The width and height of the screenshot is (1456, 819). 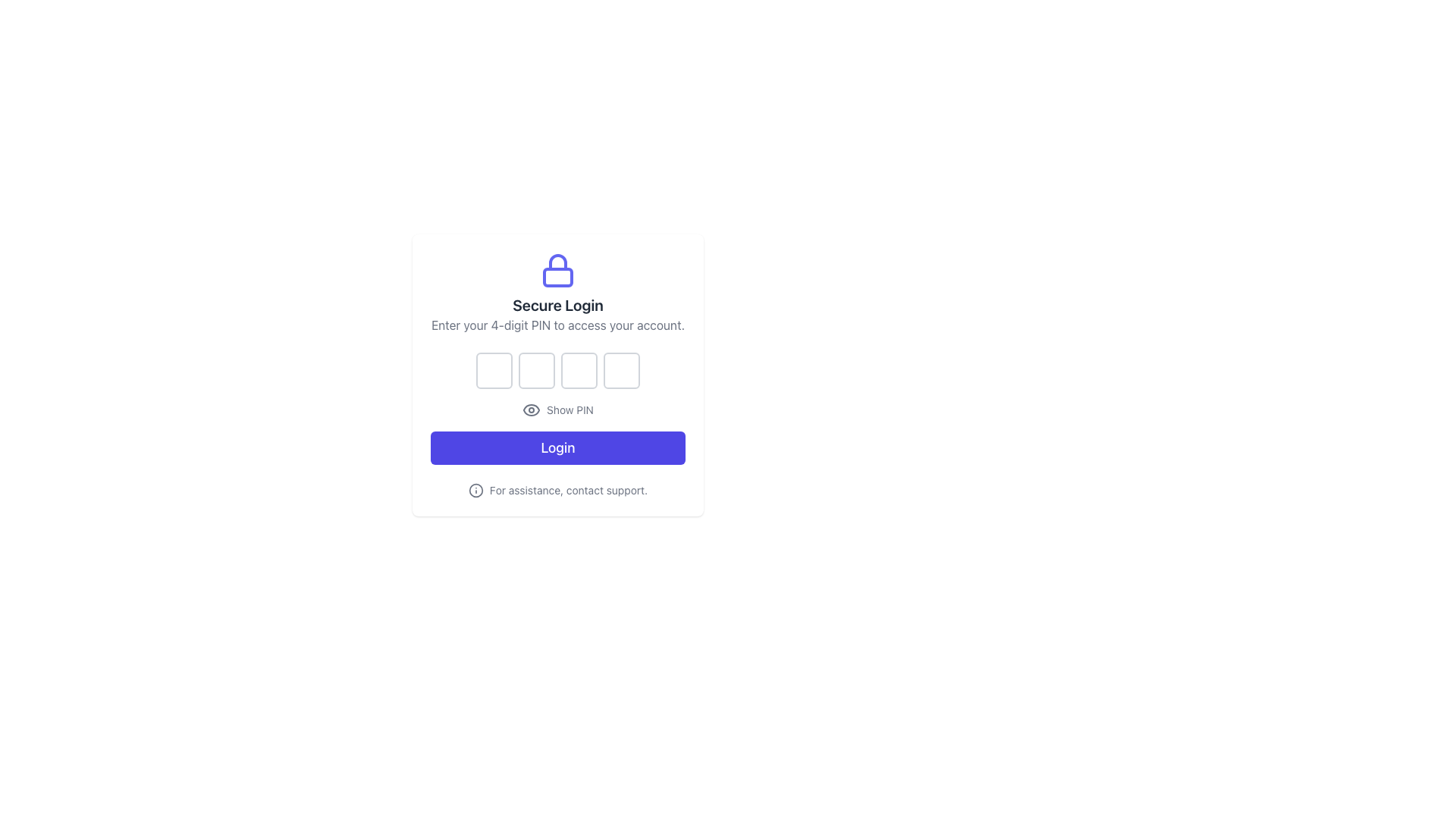 What do you see at coordinates (532, 409) in the screenshot?
I see `the eye-shaped toggle icon located to the left of the 'Show PIN' text within the login form` at bounding box center [532, 409].